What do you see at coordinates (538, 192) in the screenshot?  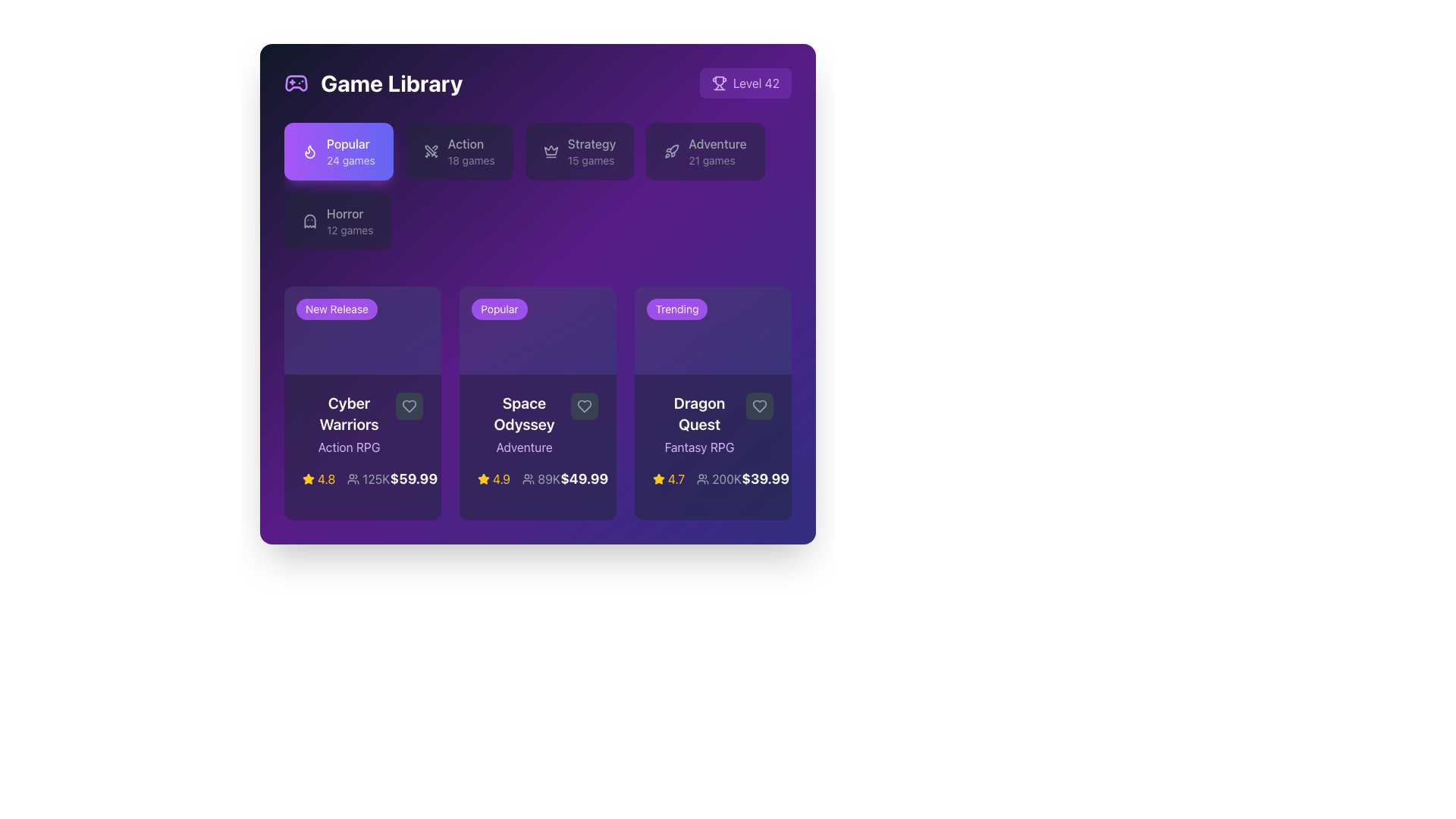 I see `the Horizontal Navigation Bar` at bounding box center [538, 192].